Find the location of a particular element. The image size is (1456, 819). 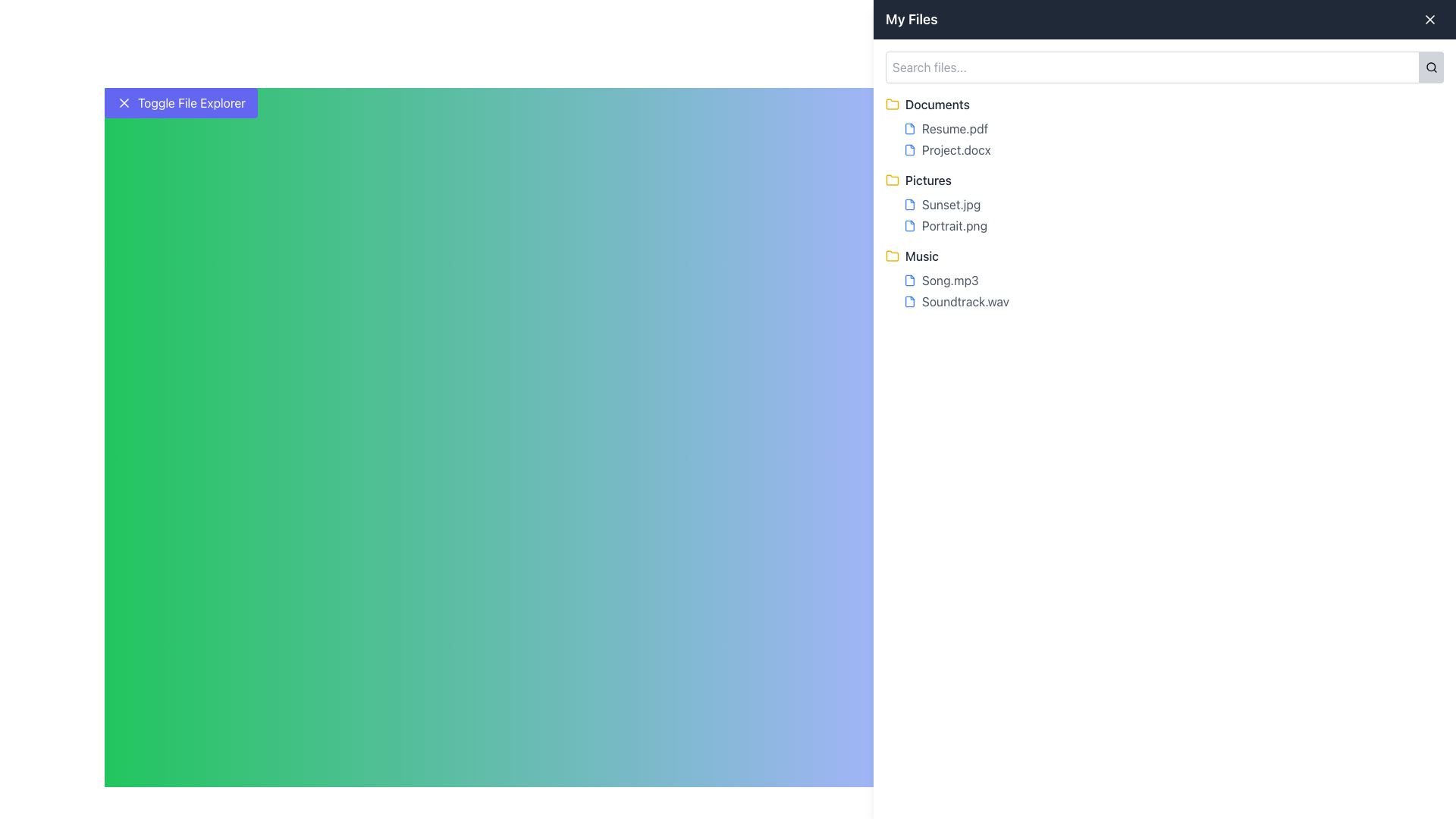

the file icon with a blue outline located next to the text label 'Song.mp3' in the 'Music' section of the file list is located at coordinates (910, 281).